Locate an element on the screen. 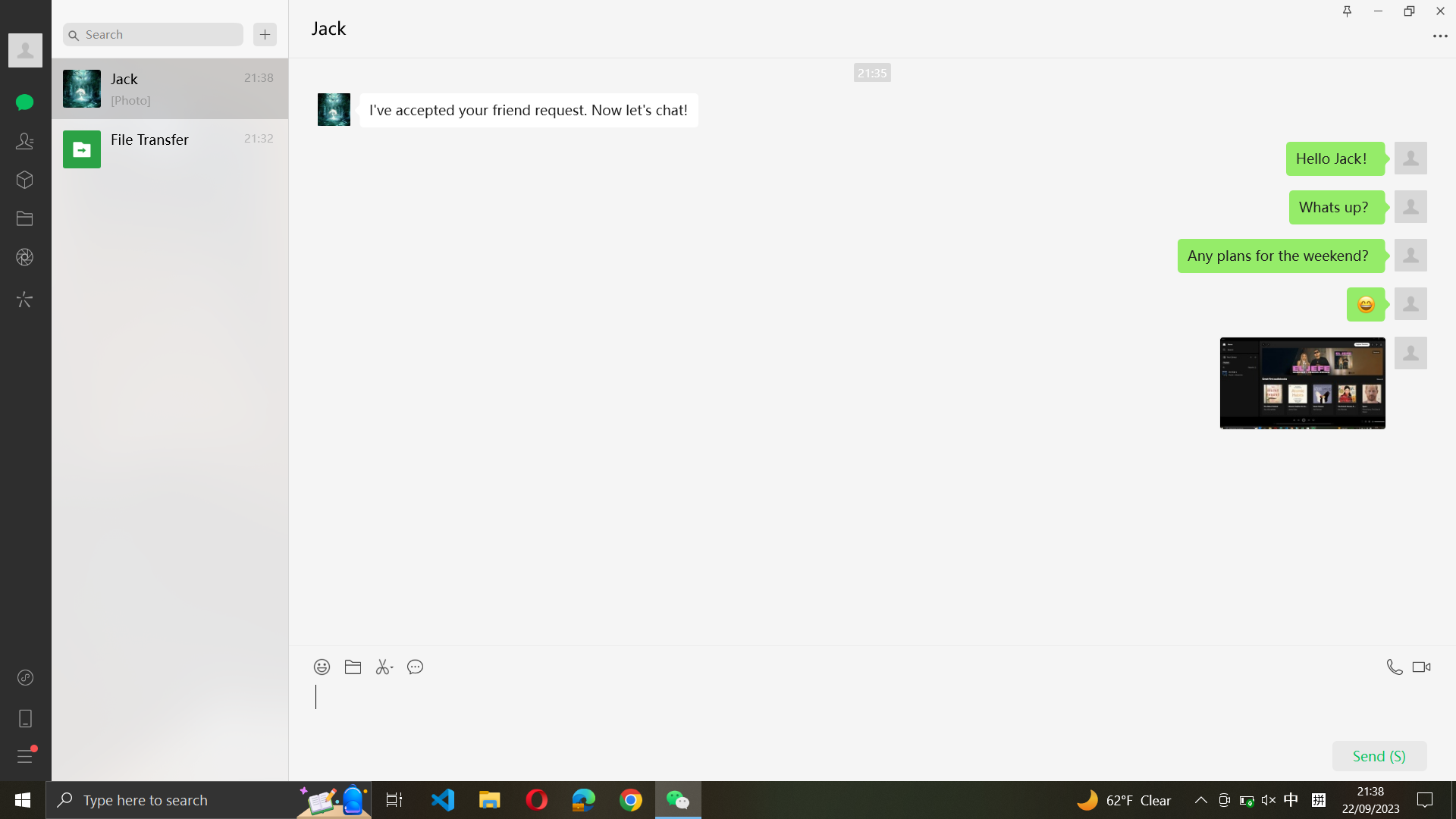 This screenshot has height=819, width=1456. the mobile category is located at coordinates (25, 717).